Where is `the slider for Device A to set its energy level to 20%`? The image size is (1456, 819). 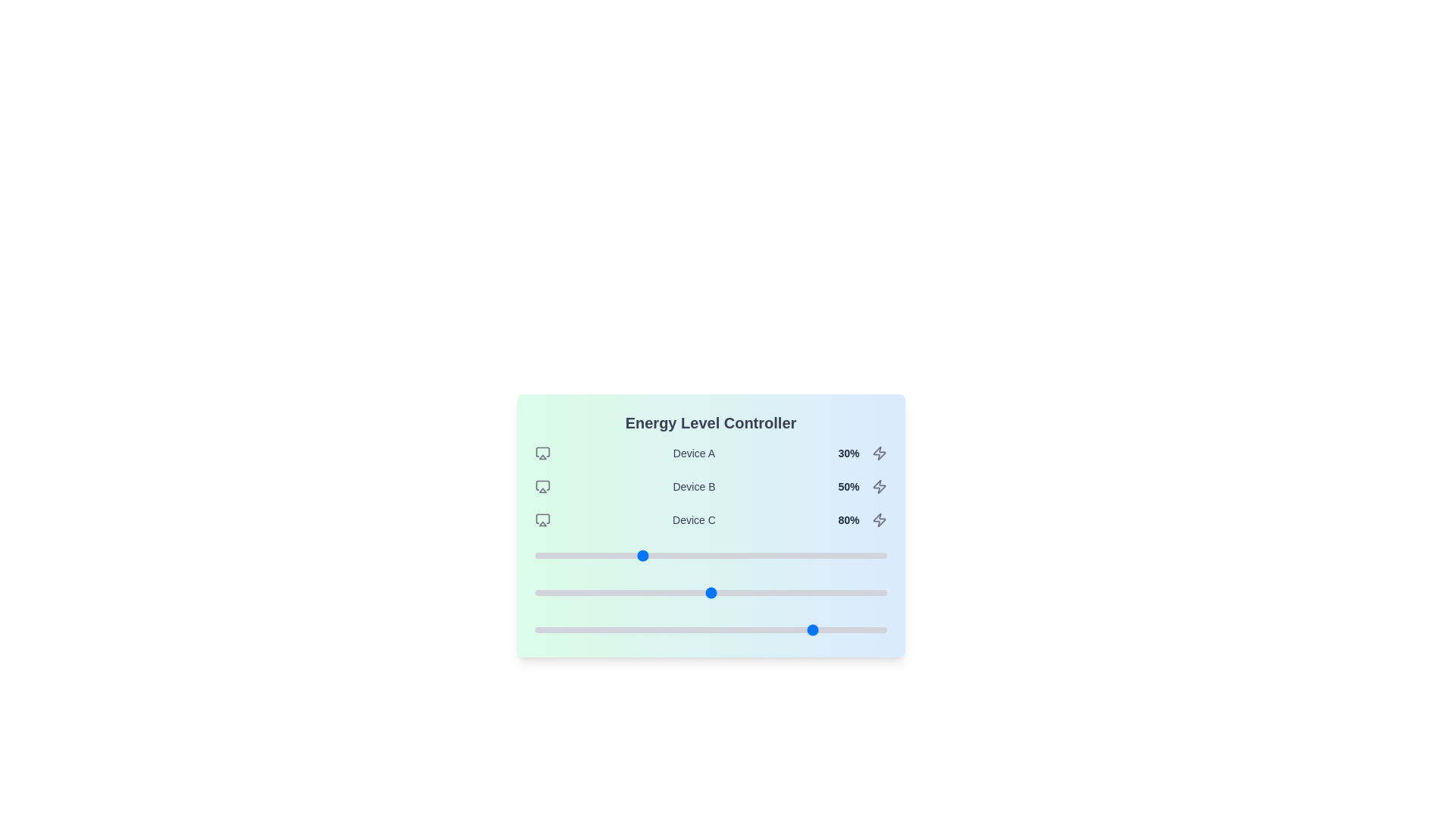
the slider for Device A to set its energy level to 20% is located at coordinates (604, 555).